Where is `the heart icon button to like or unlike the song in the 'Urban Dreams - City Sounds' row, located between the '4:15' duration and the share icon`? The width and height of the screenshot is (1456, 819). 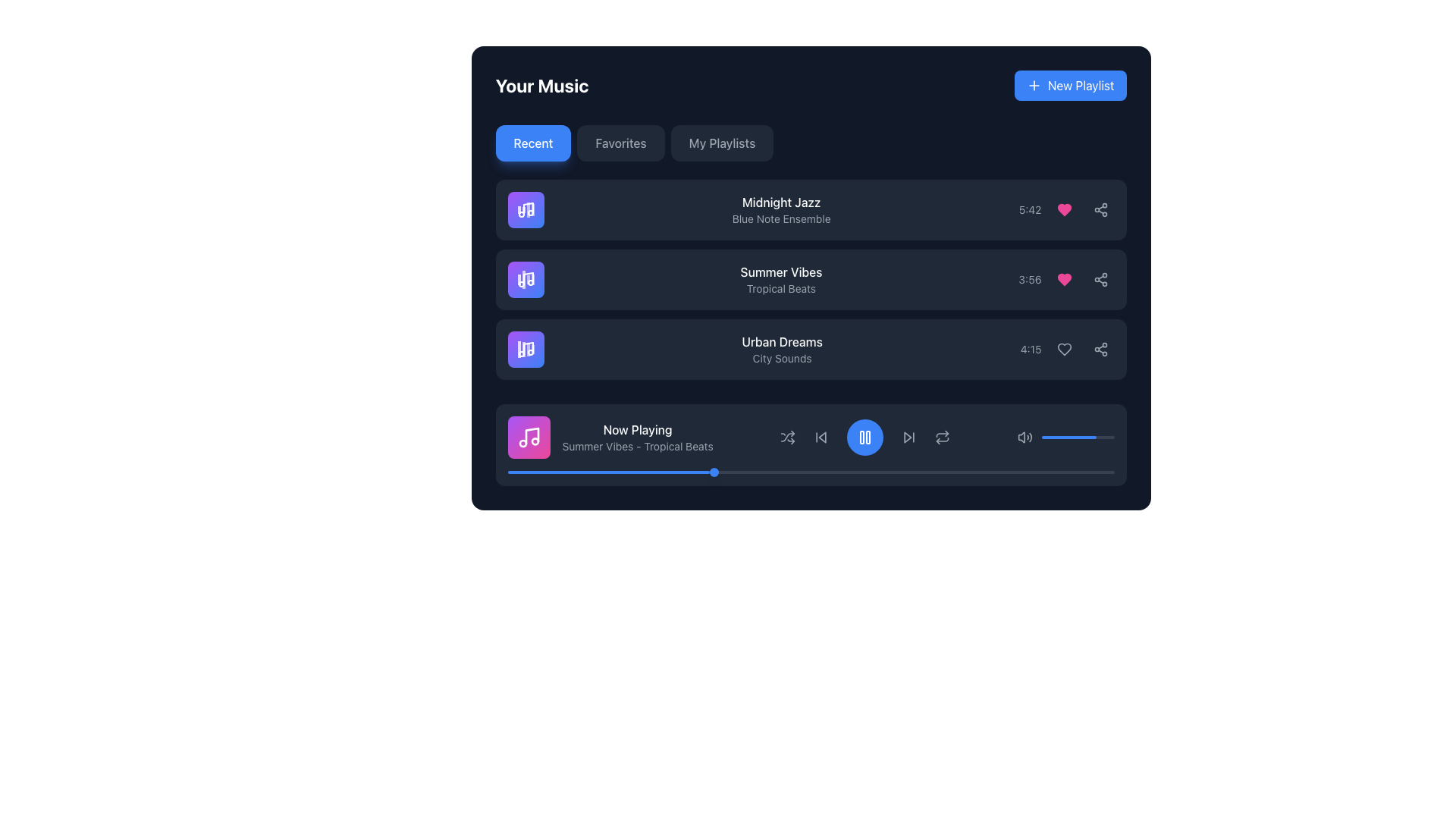
the heart icon button to like or unlike the song in the 'Urban Dreams - City Sounds' row, located between the '4:15' duration and the share icon is located at coordinates (1066, 350).